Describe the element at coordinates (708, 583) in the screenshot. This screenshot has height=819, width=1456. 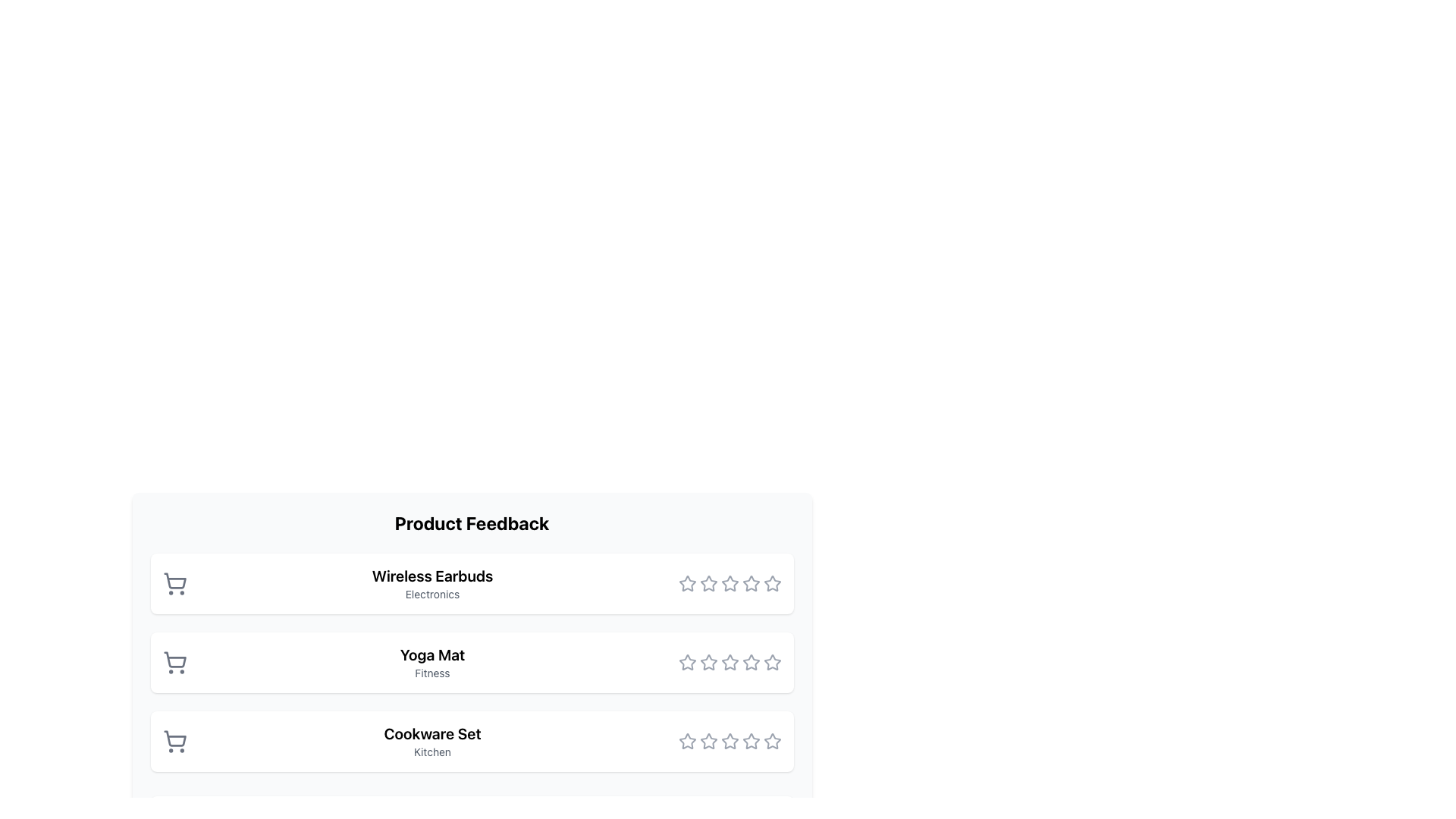
I see `the third star icon in the rating section` at that location.